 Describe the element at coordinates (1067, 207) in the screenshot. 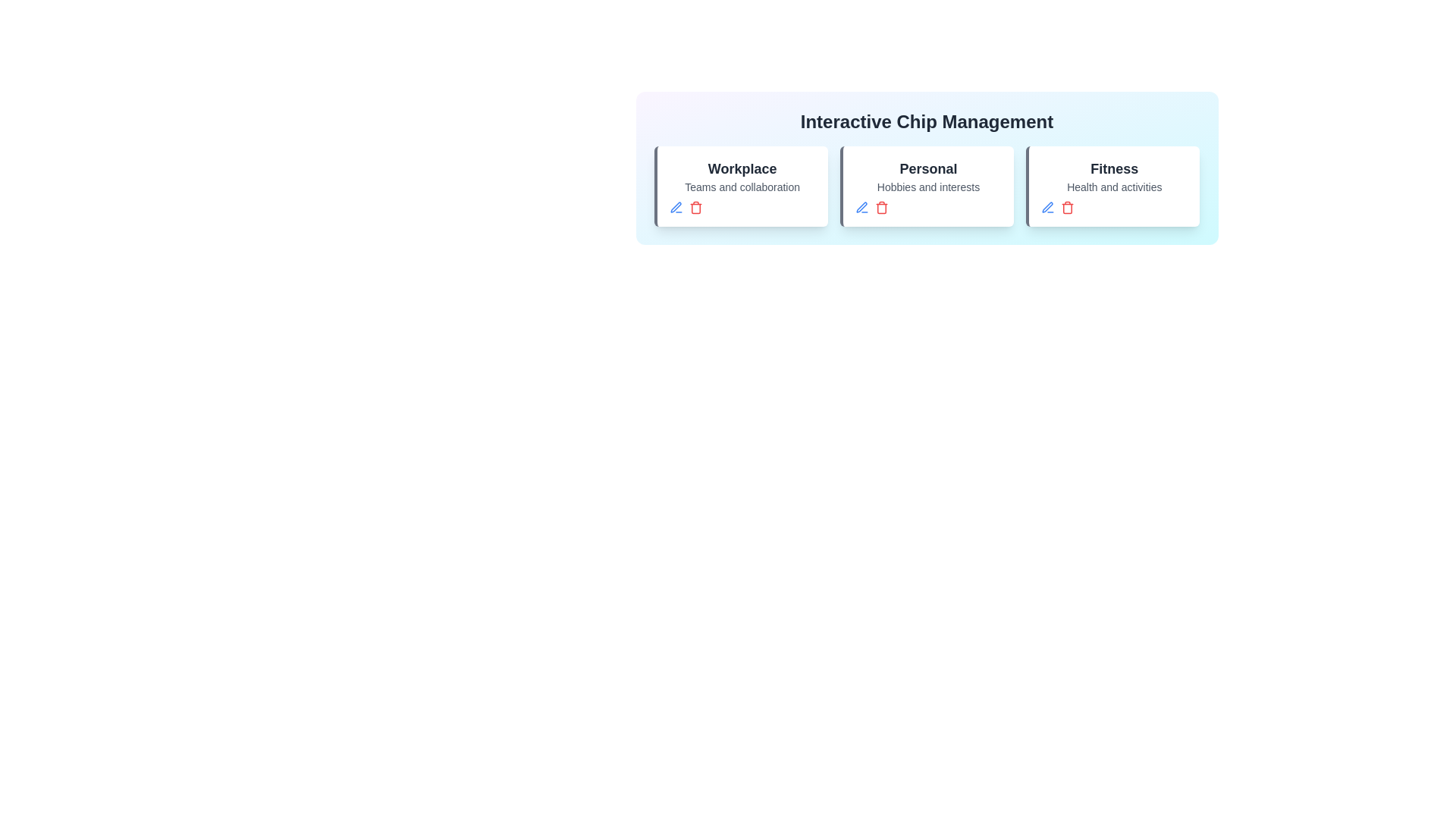

I see `'Delete' button for the chip titled 'Fitness'` at that location.